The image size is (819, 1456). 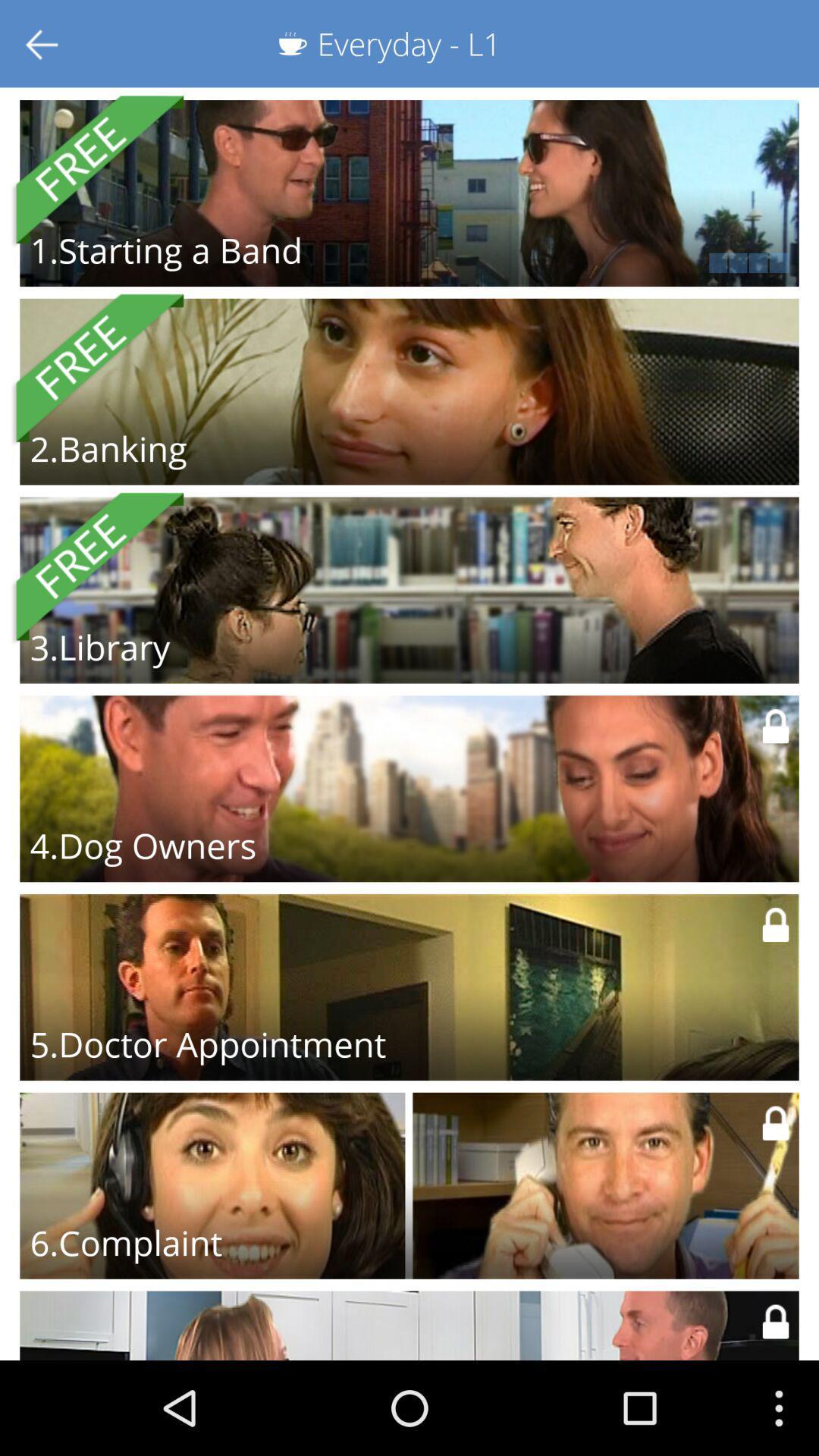 I want to click on 2.banking, so click(x=108, y=447).